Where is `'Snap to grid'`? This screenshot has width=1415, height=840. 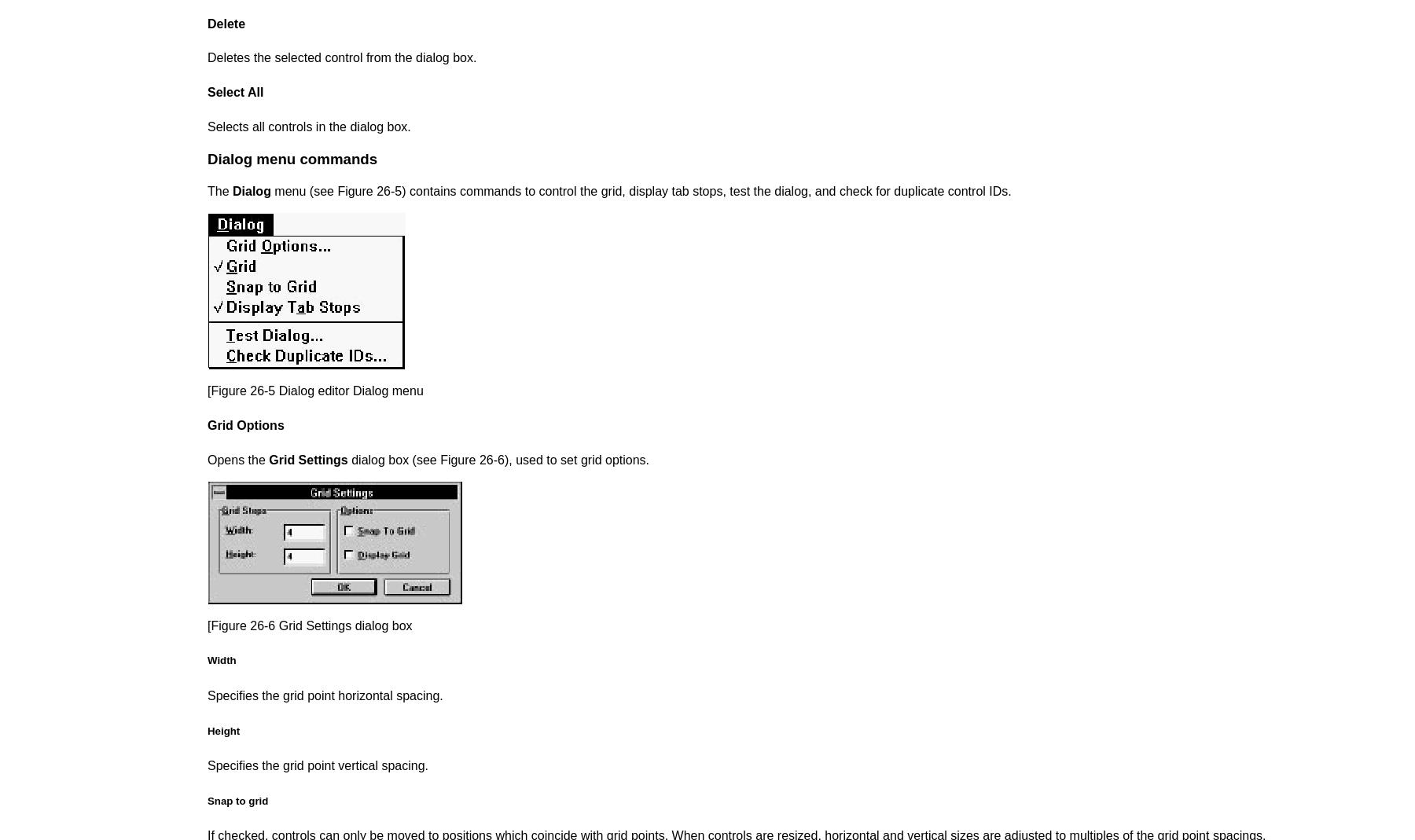
'Snap to grid' is located at coordinates (237, 800).